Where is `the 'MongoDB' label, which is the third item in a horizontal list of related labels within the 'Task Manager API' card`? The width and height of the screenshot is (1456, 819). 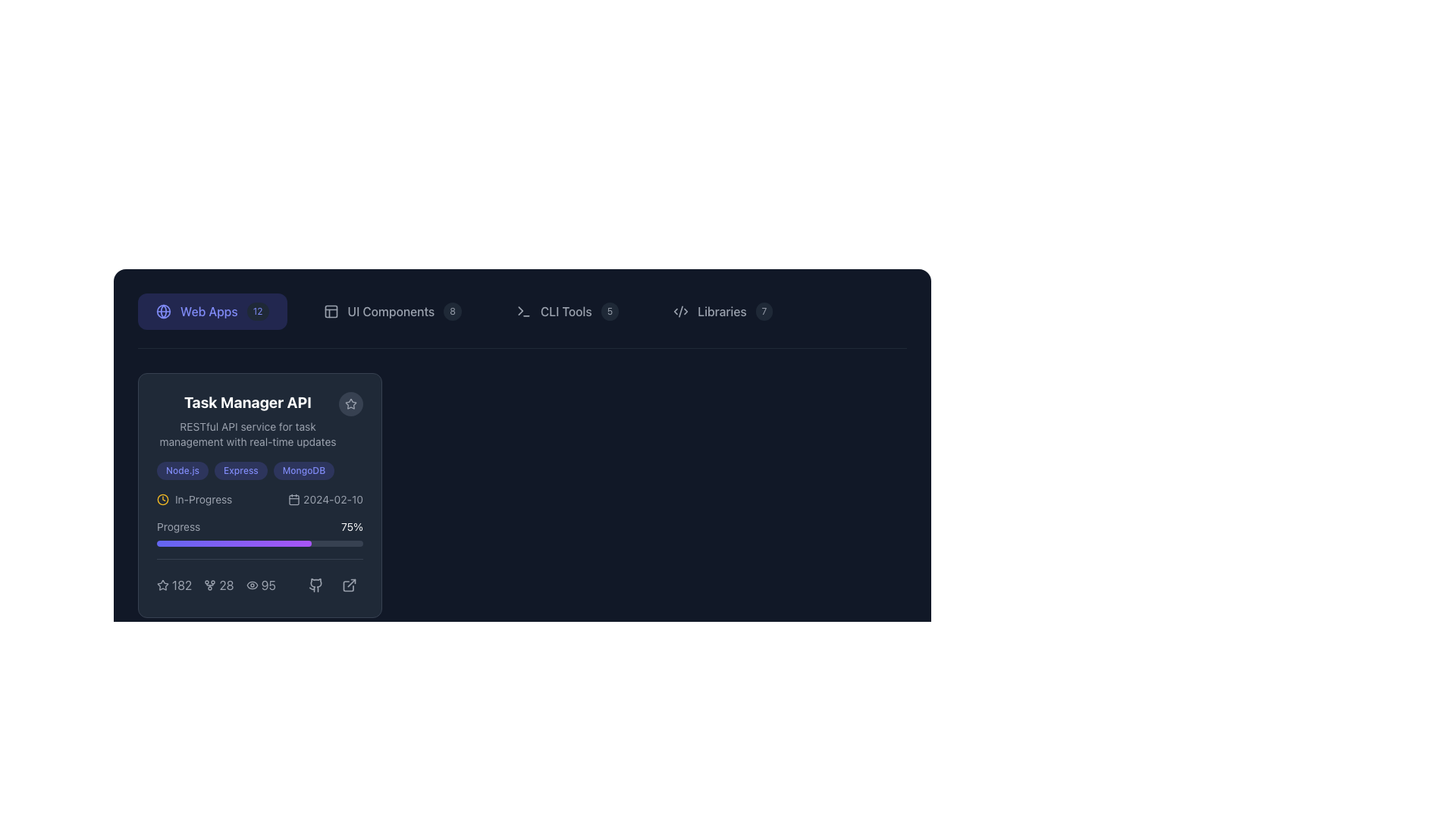
the 'MongoDB' label, which is the third item in a horizontal list of related labels within the 'Task Manager API' card is located at coordinates (303, 470).